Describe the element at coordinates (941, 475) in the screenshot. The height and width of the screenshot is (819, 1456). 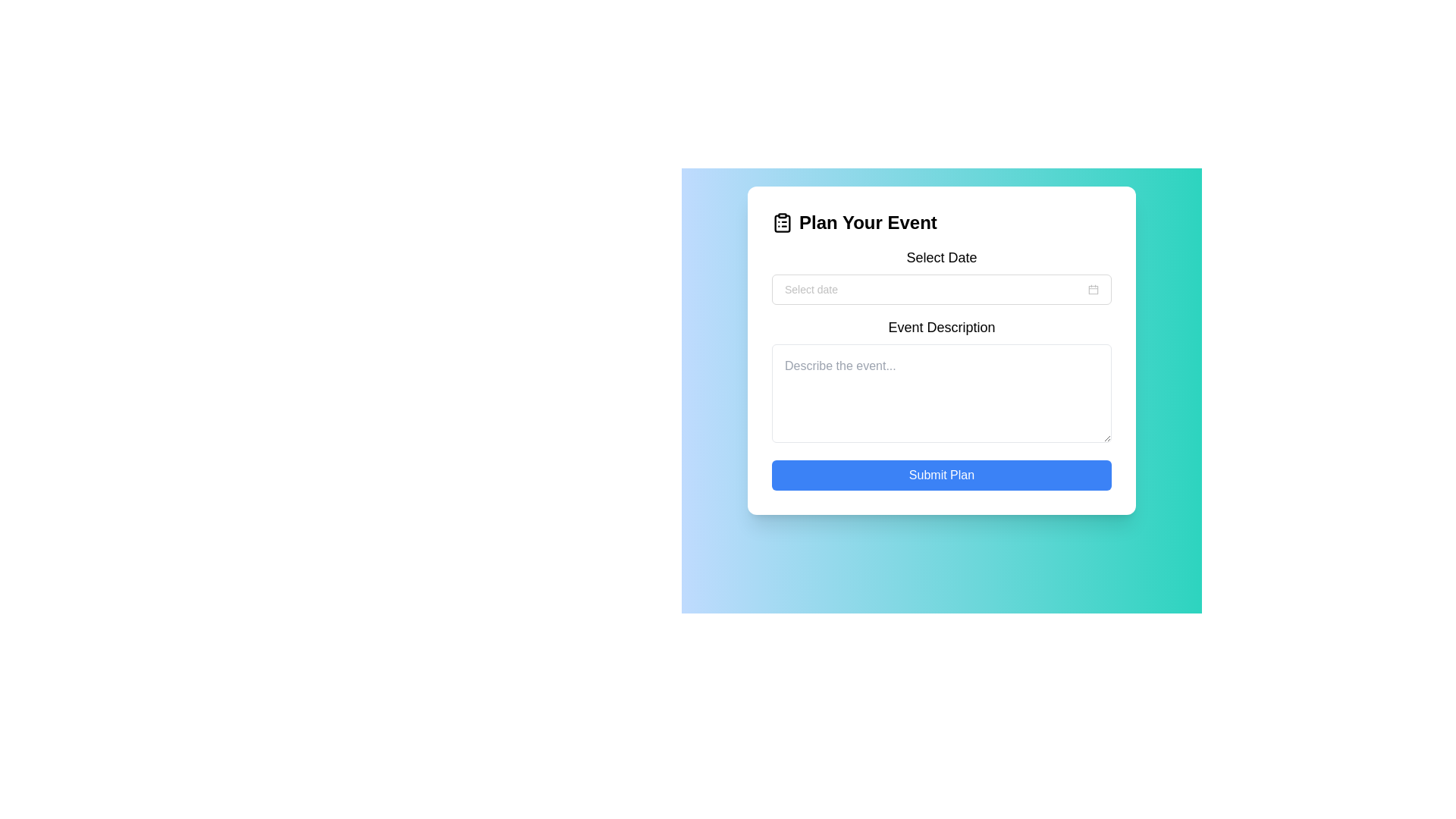
I see `the submit button located at the bottom of the 'Plan Your Event' card` at that location.